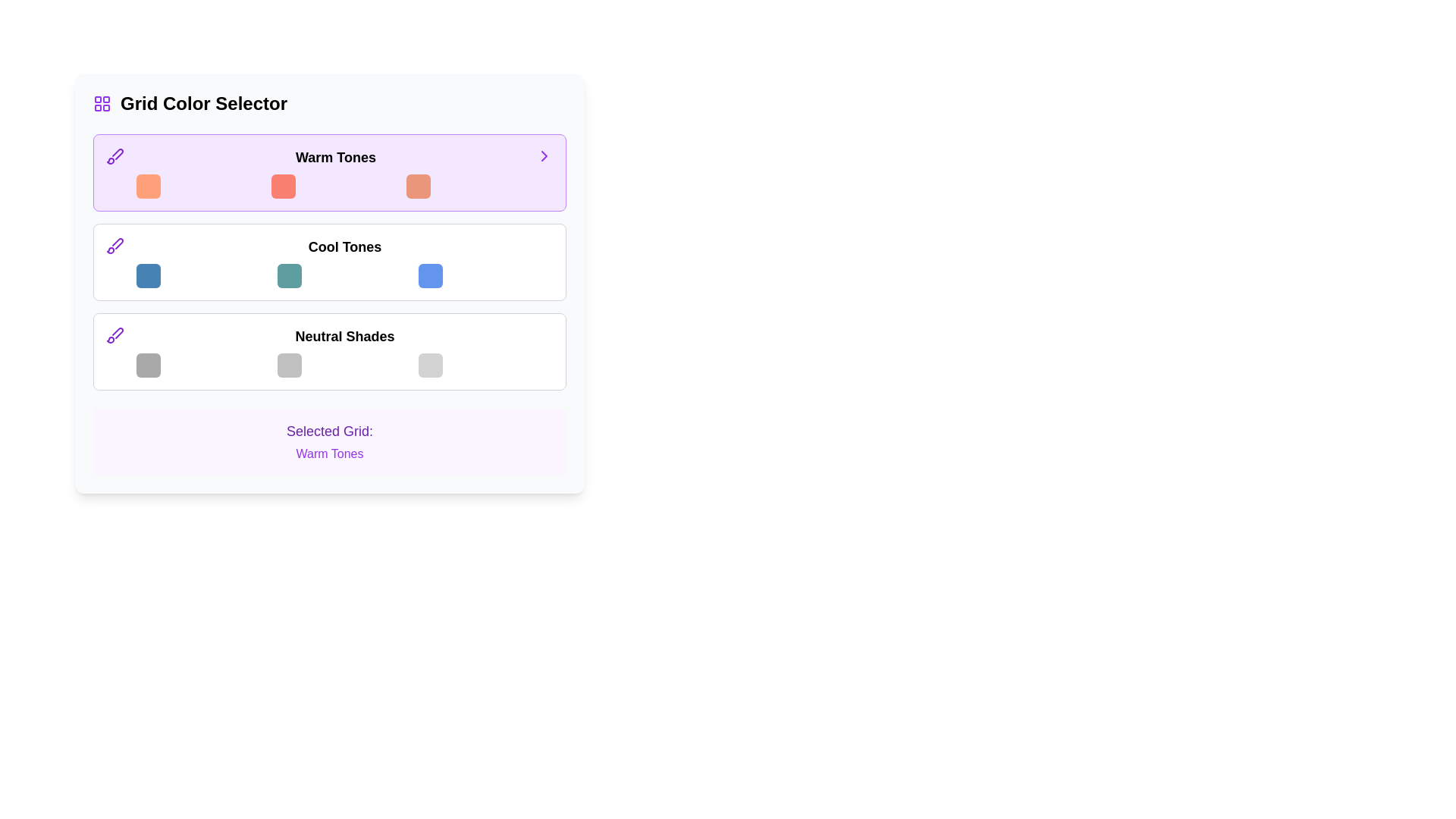 This screenshot has width=1456, height=819. What do you see at coordinates (149, 275) in the screenshot?
I see `the leftmost color tile in the 'Cool Tones' section` at bounding box center [149, 275].